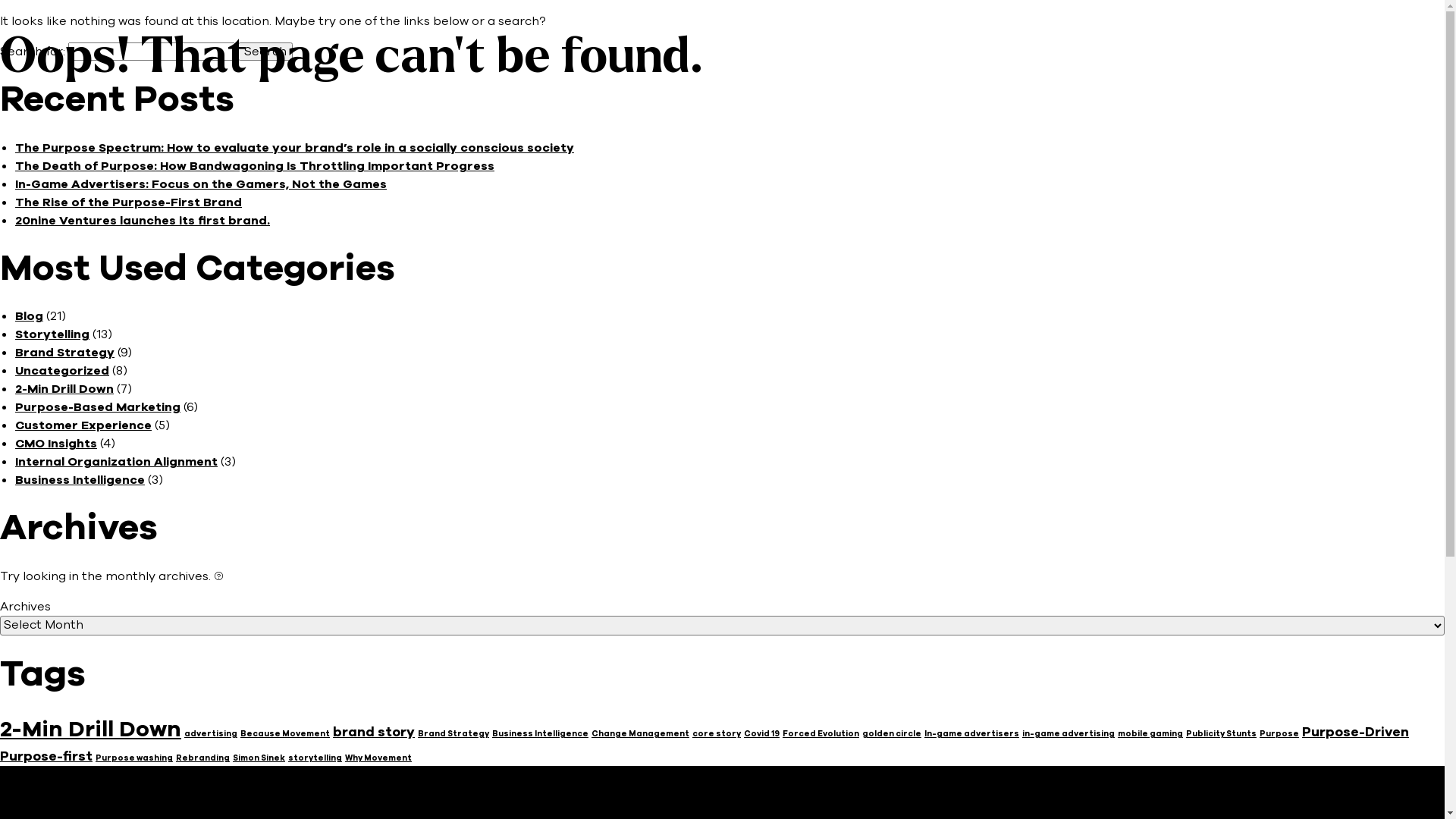 The width and height of the screenshot is (1456, 819). I want to click on 'Search', so click(265, 51).